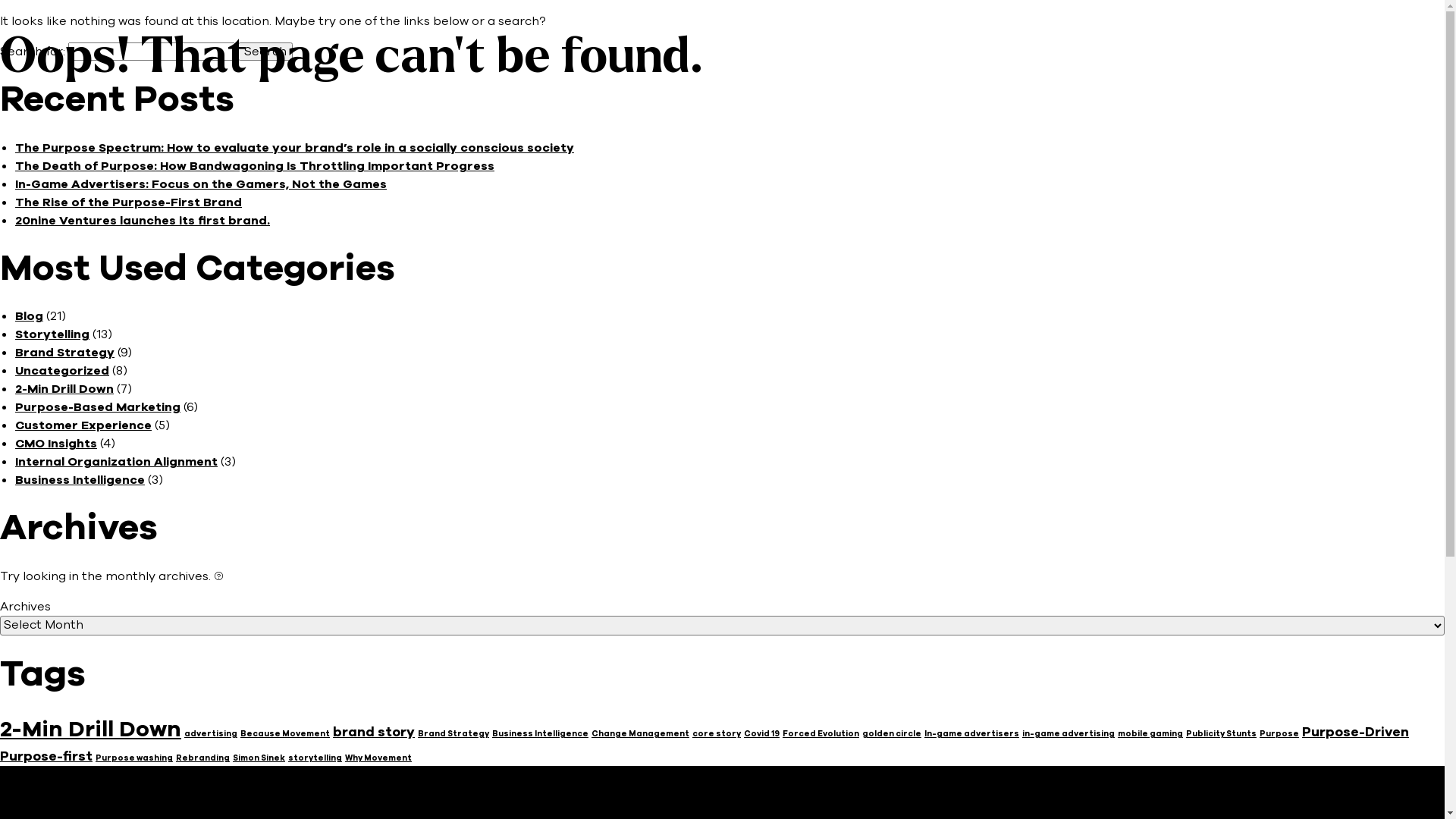 The width and height of the screenshot is (1456, 819). I want to click on 'Search', so click(265, 51).